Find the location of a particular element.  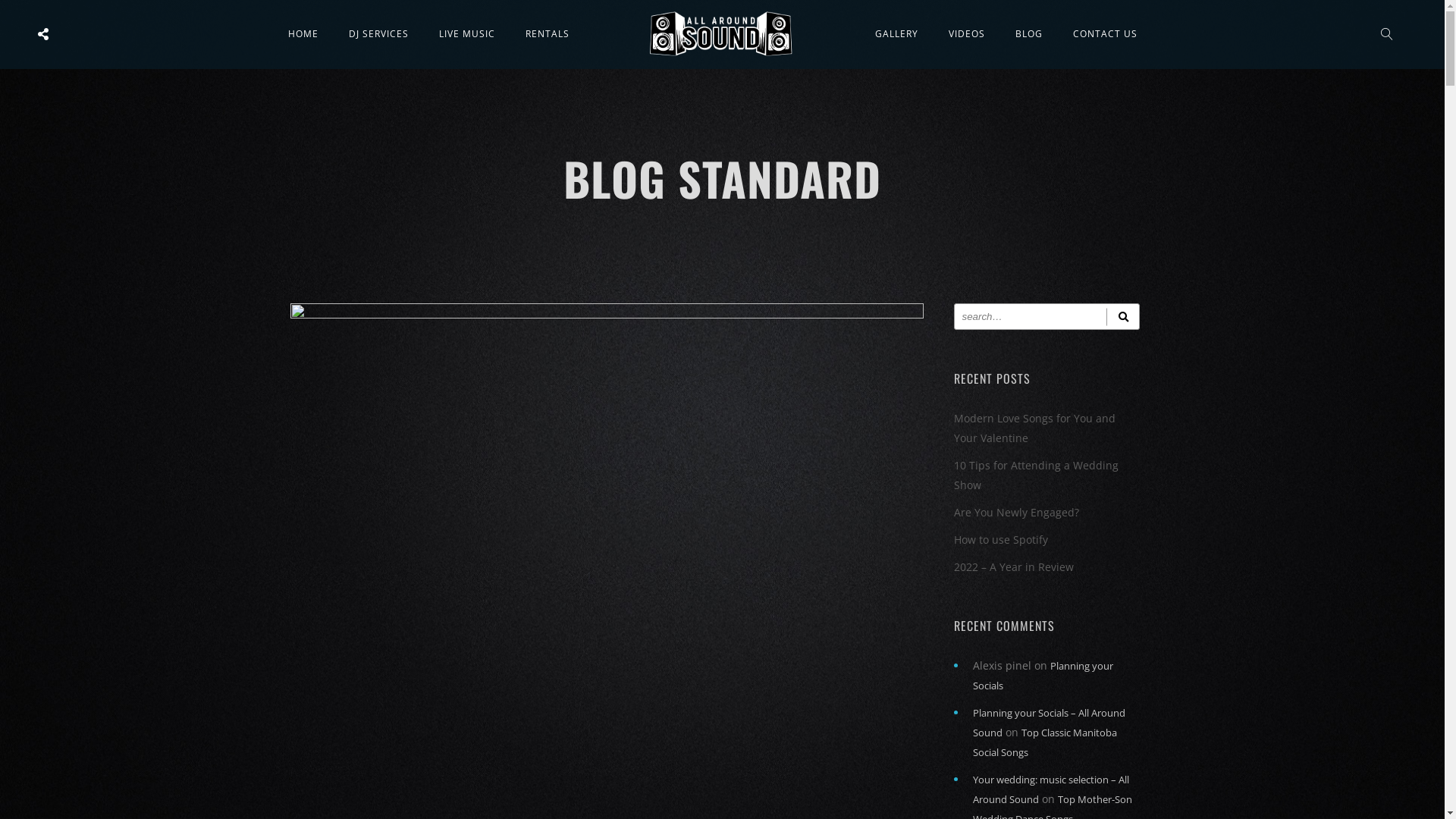

'GALLERY' is located at coordinates (896, 33).